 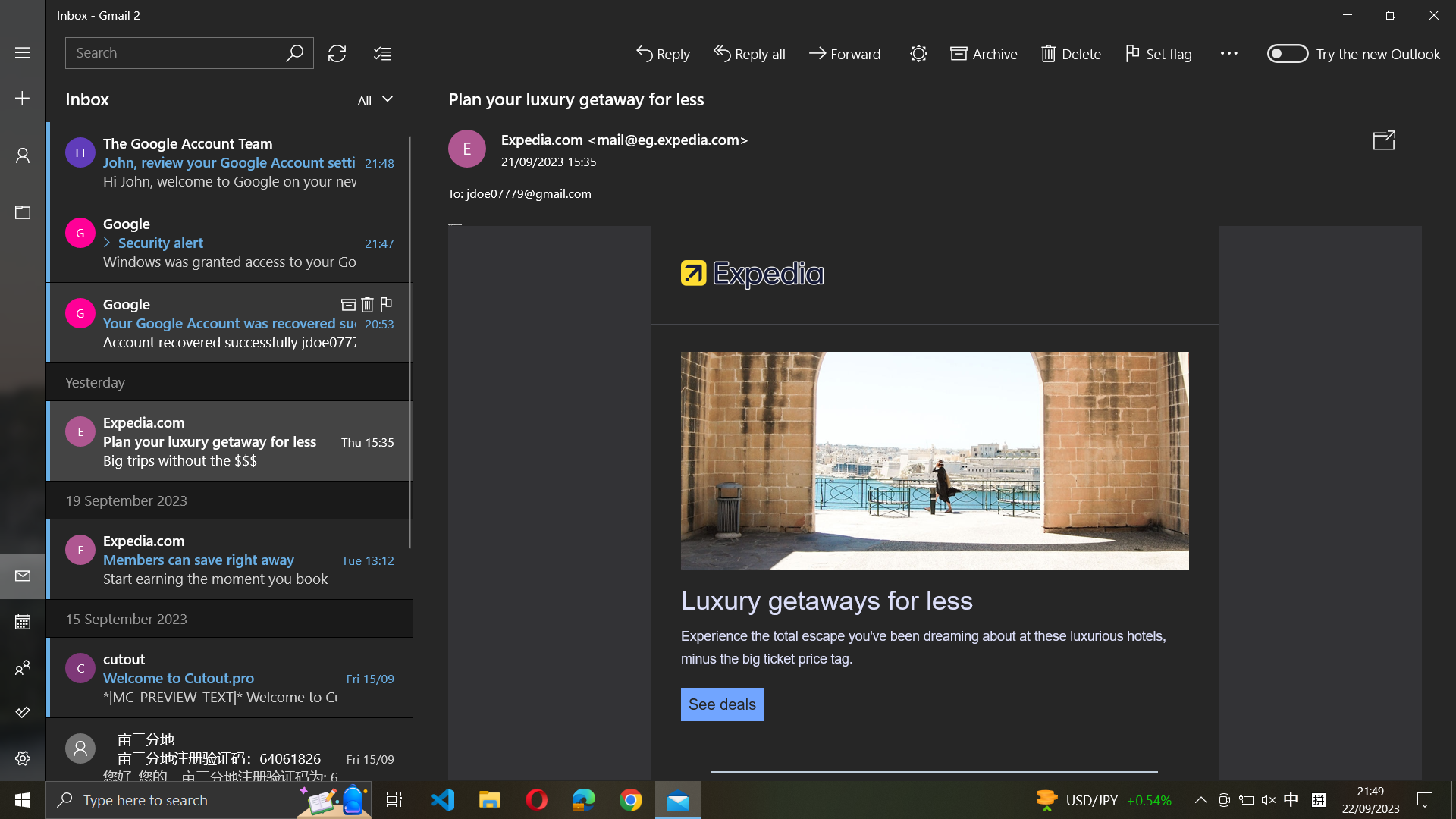 I want to click on the initial email in the inbox, so click(x=229, y=161).